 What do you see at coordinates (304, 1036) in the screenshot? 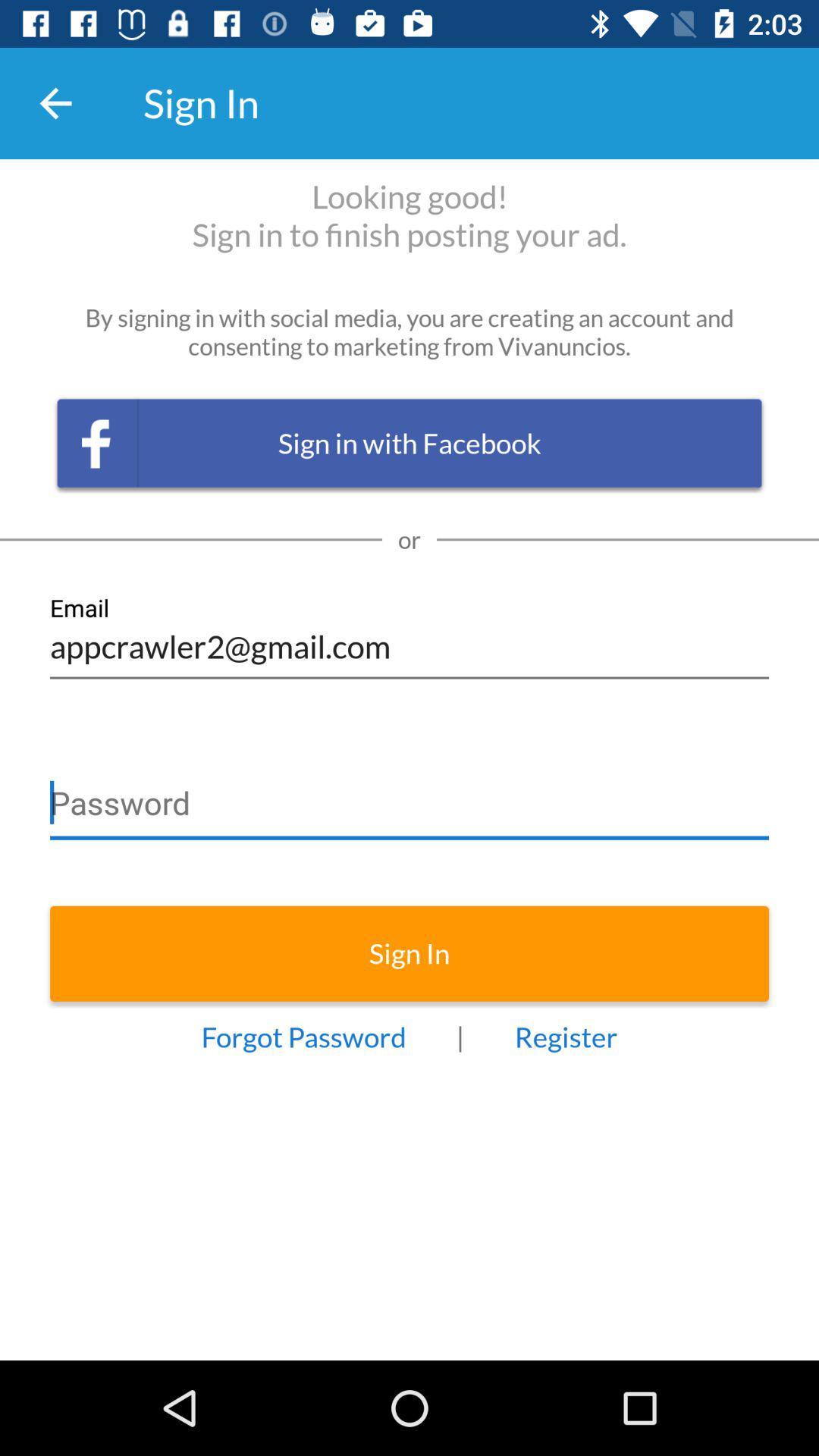
I see `forgot password at the bottom` at bounding box center [304, 1036].